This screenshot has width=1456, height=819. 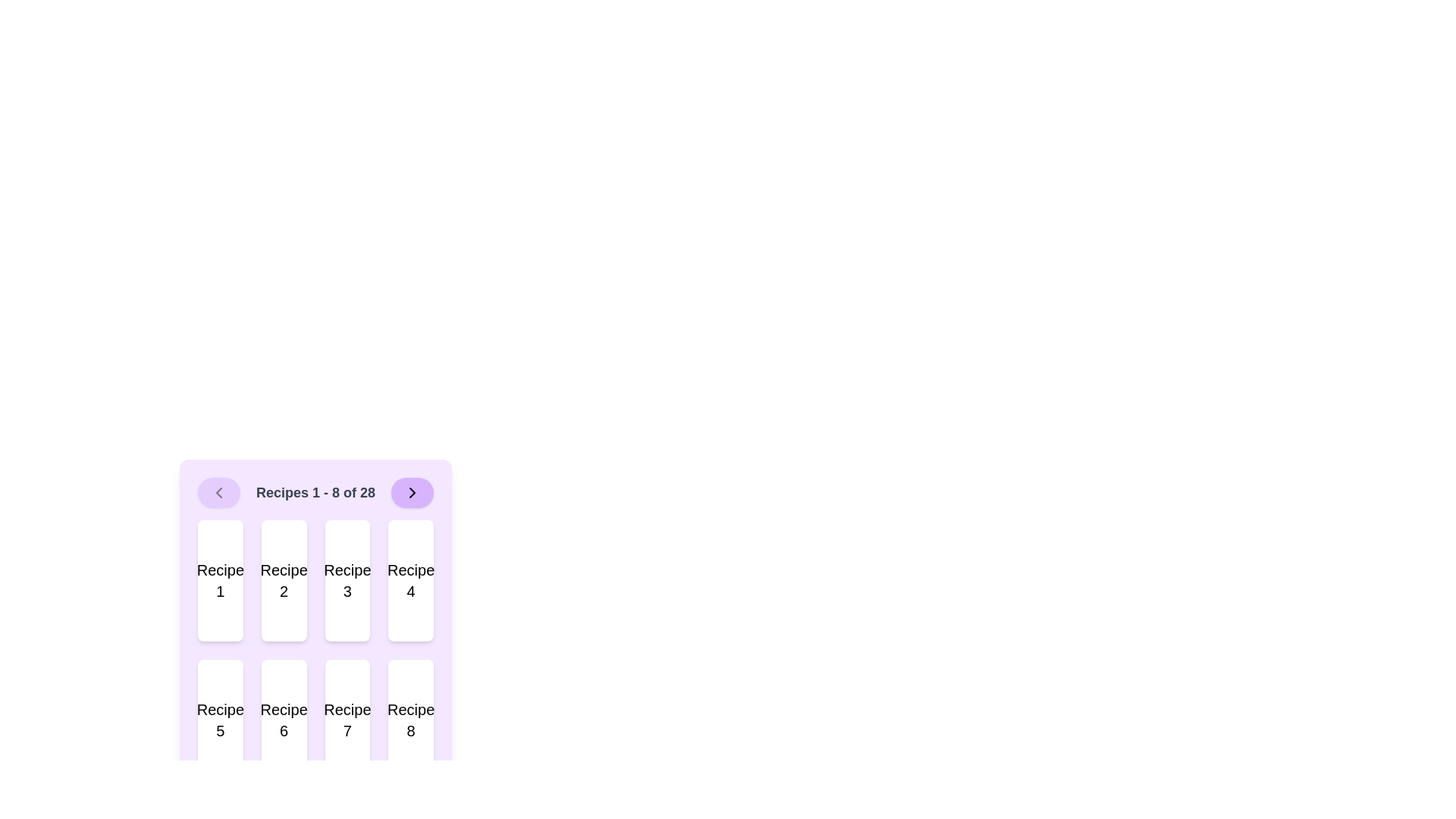 What do you see at coordinates (347, 719) in the screenshot?
I see `the non-interactive text label that identifies 'Recipe 7', located in the second row and third column of the grid layout` at bounding box center [347, 719].